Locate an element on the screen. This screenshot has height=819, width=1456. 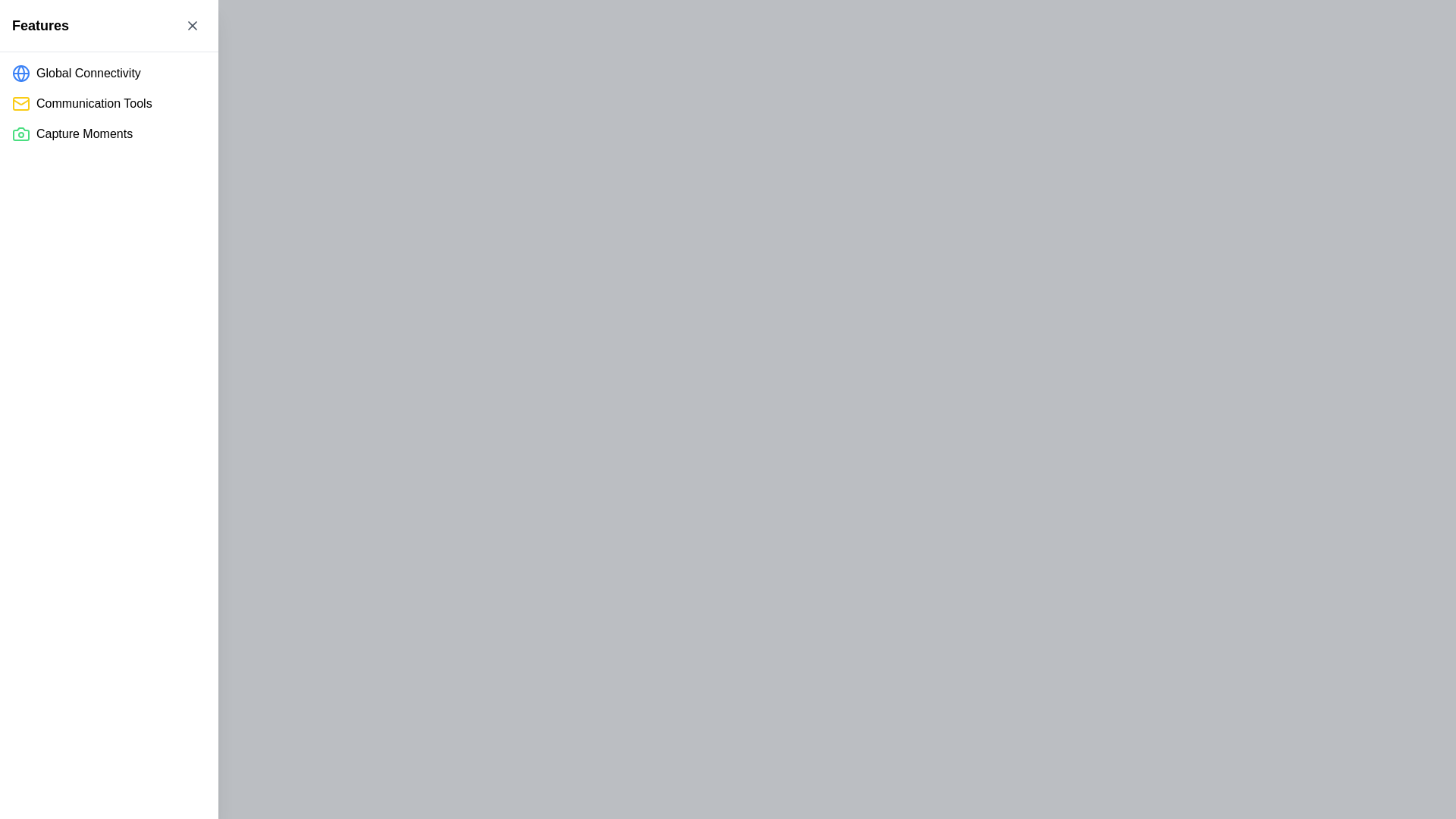
the close button located at the top-right corner of the 'Features' panel is located at coordinates (192, 26).